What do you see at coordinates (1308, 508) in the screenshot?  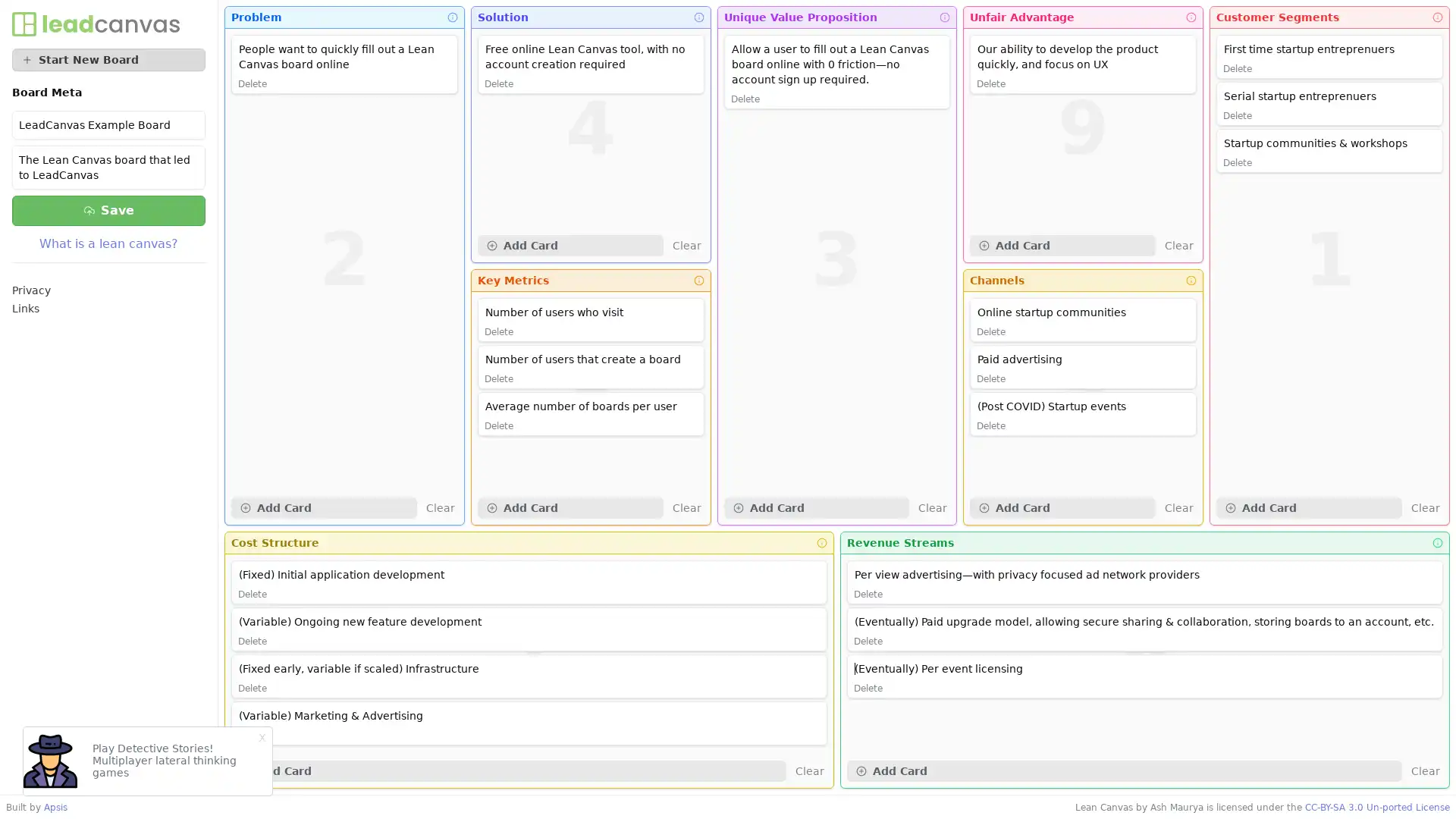 I see `Add Card` at bounding box center [1308, 508].